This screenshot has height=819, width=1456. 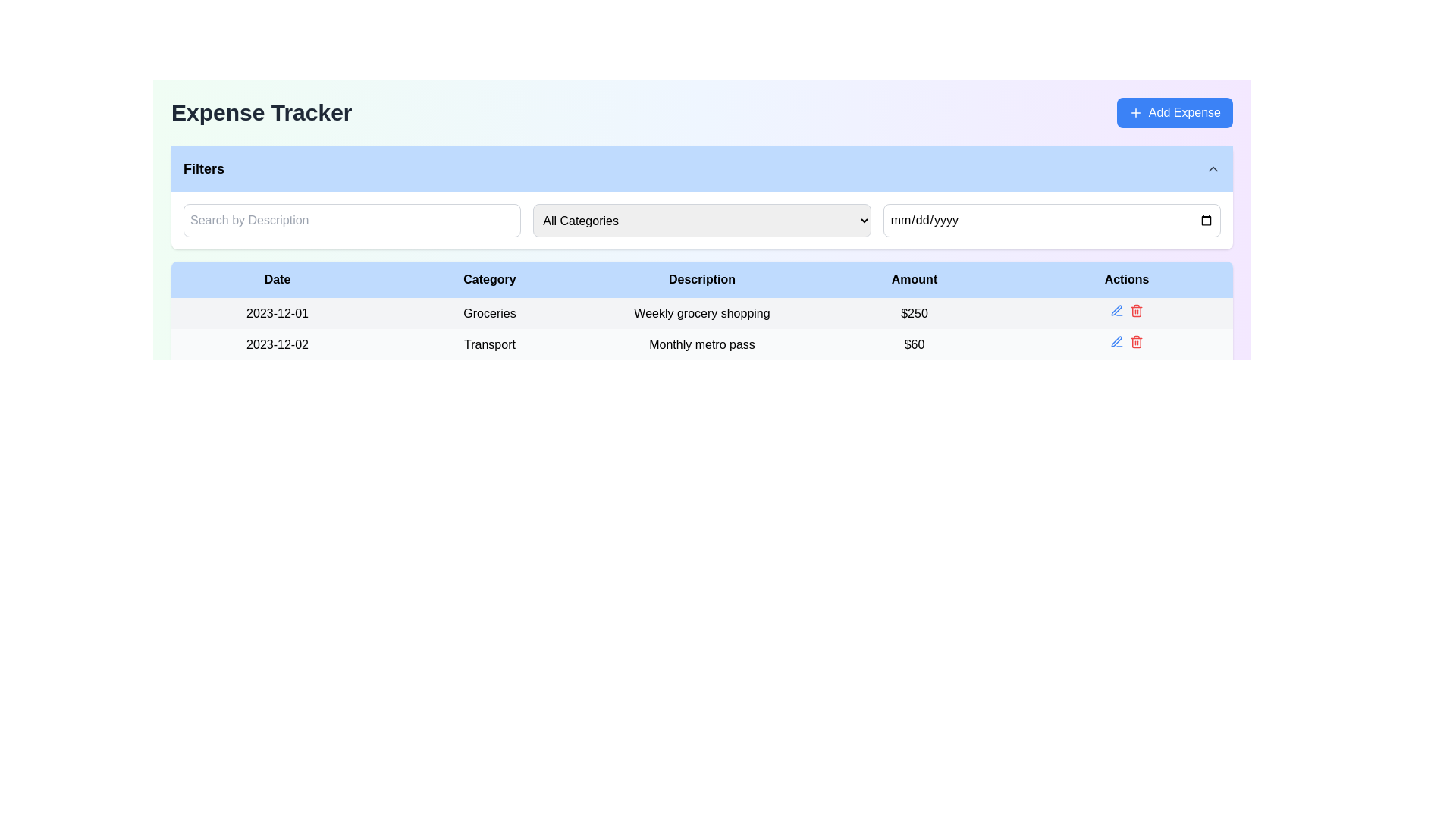 What do you see at coordinates (1127, 344) in the screenshot?
I see `the edit icon in the 'Actions' column for the row corresponding to '2023-12-02', 'Transport', and '$60'` at bounding box center [1127, 344].